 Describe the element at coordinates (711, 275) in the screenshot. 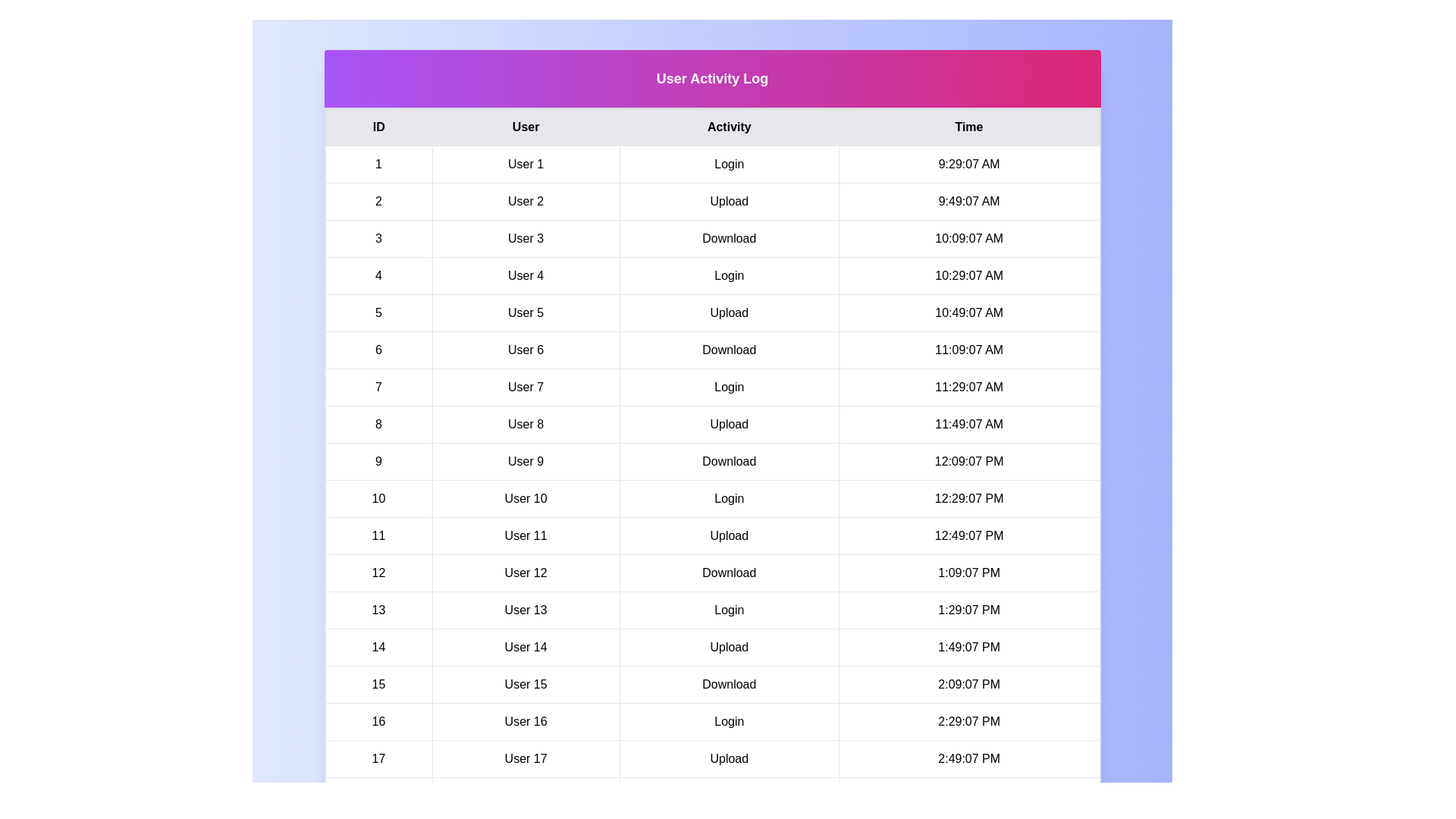

I see `the row corresponding to 4` at that location.